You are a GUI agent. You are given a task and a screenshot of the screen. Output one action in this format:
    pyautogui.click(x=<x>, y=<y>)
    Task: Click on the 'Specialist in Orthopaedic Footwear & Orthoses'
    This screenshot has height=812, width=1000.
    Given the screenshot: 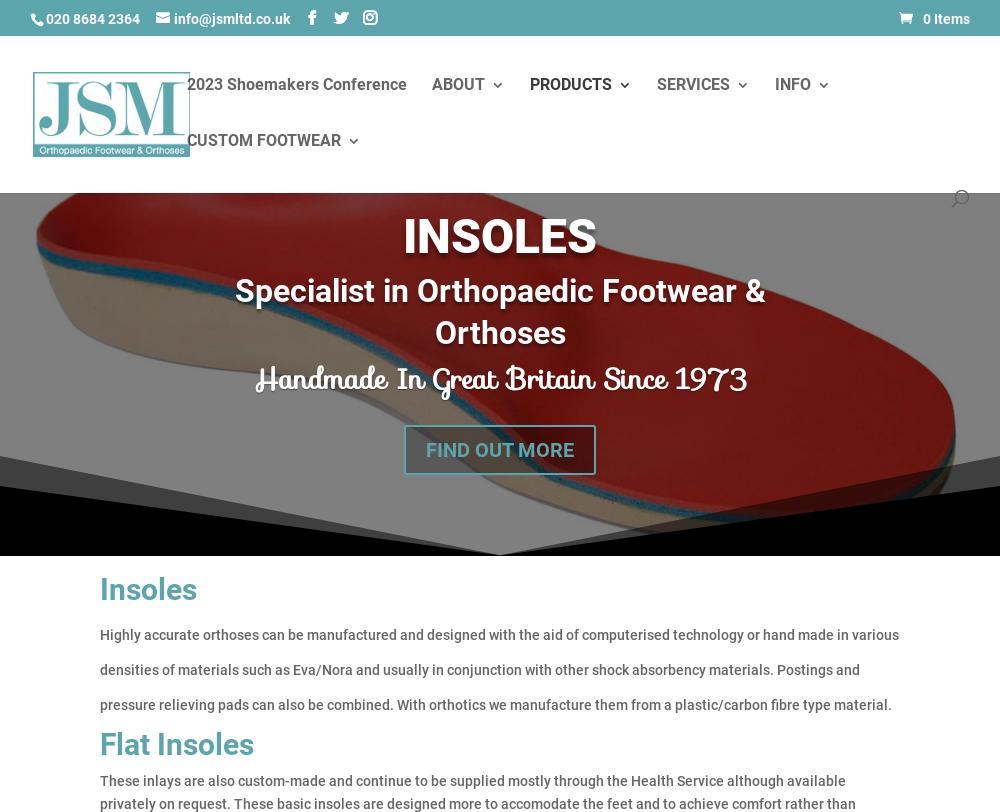 What is the action you would take?
    pyautogui.click(x=498, y=311)
    